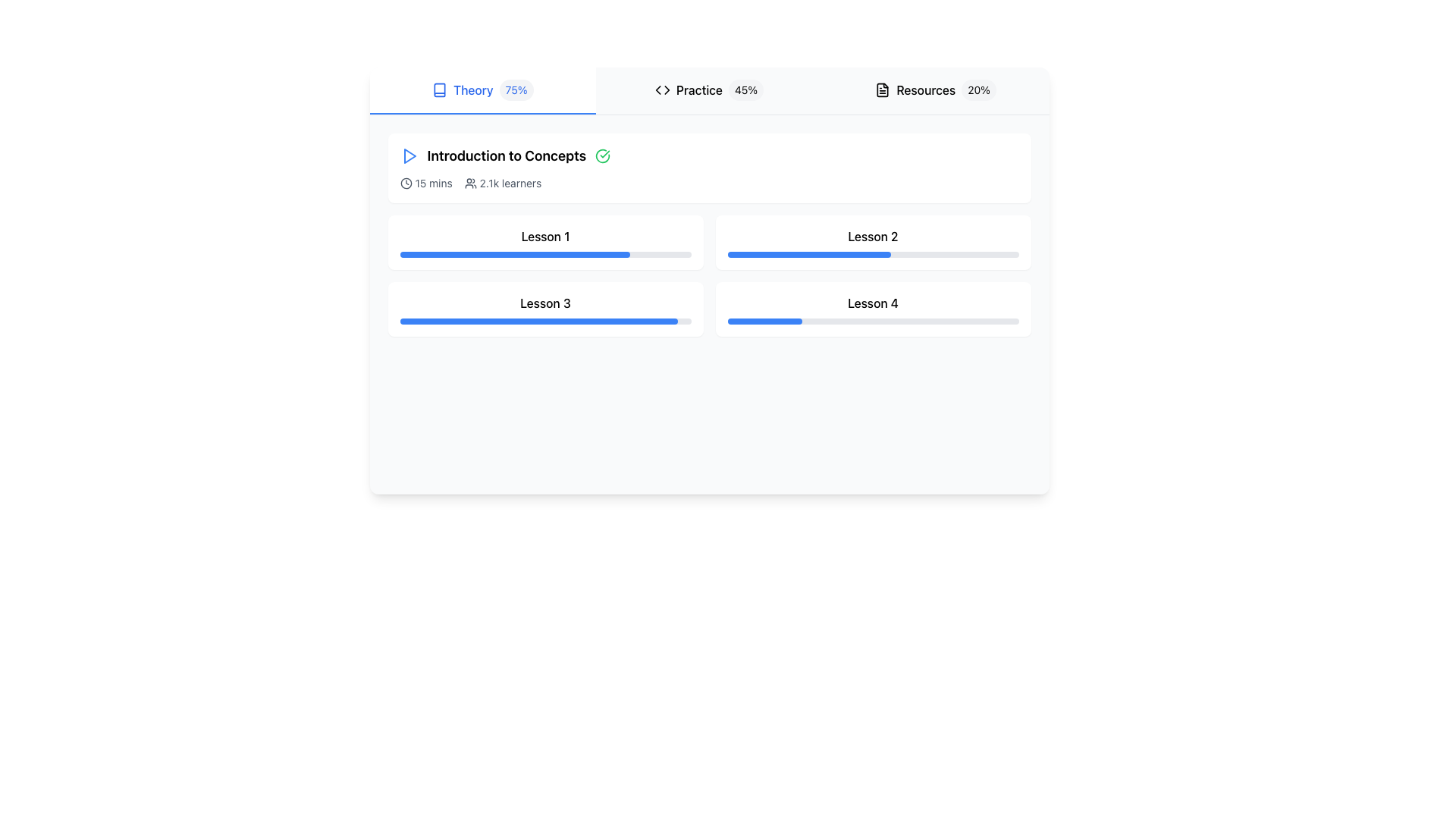 This screenshot has height=819, width=1456. What do you see at coordinates (545, 242) in the screenshot?
I see `the first card in the grid layout, which represents 'Lesson 1'` at bounding box center [545, 242].